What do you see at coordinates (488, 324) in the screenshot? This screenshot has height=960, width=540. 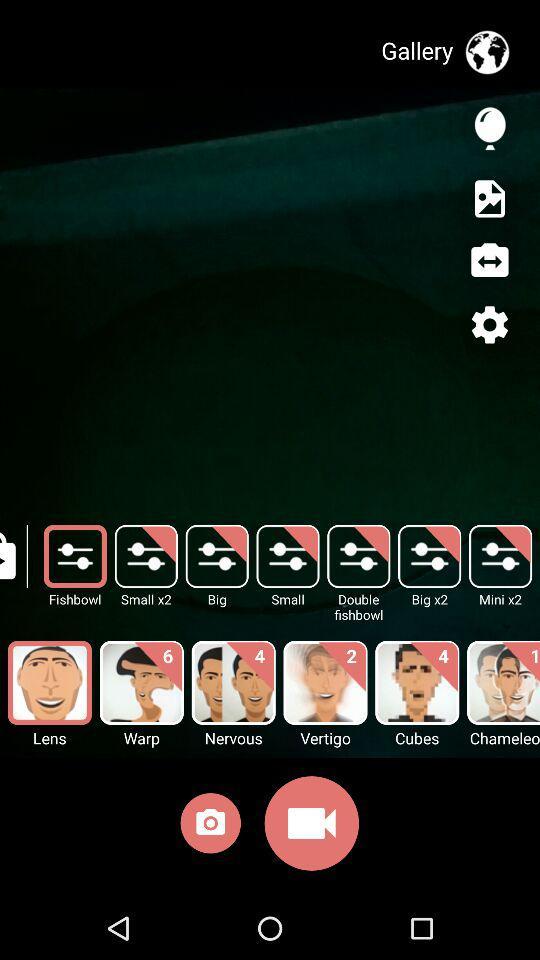 I see `the settings icon` at bounding box center [488, 324].